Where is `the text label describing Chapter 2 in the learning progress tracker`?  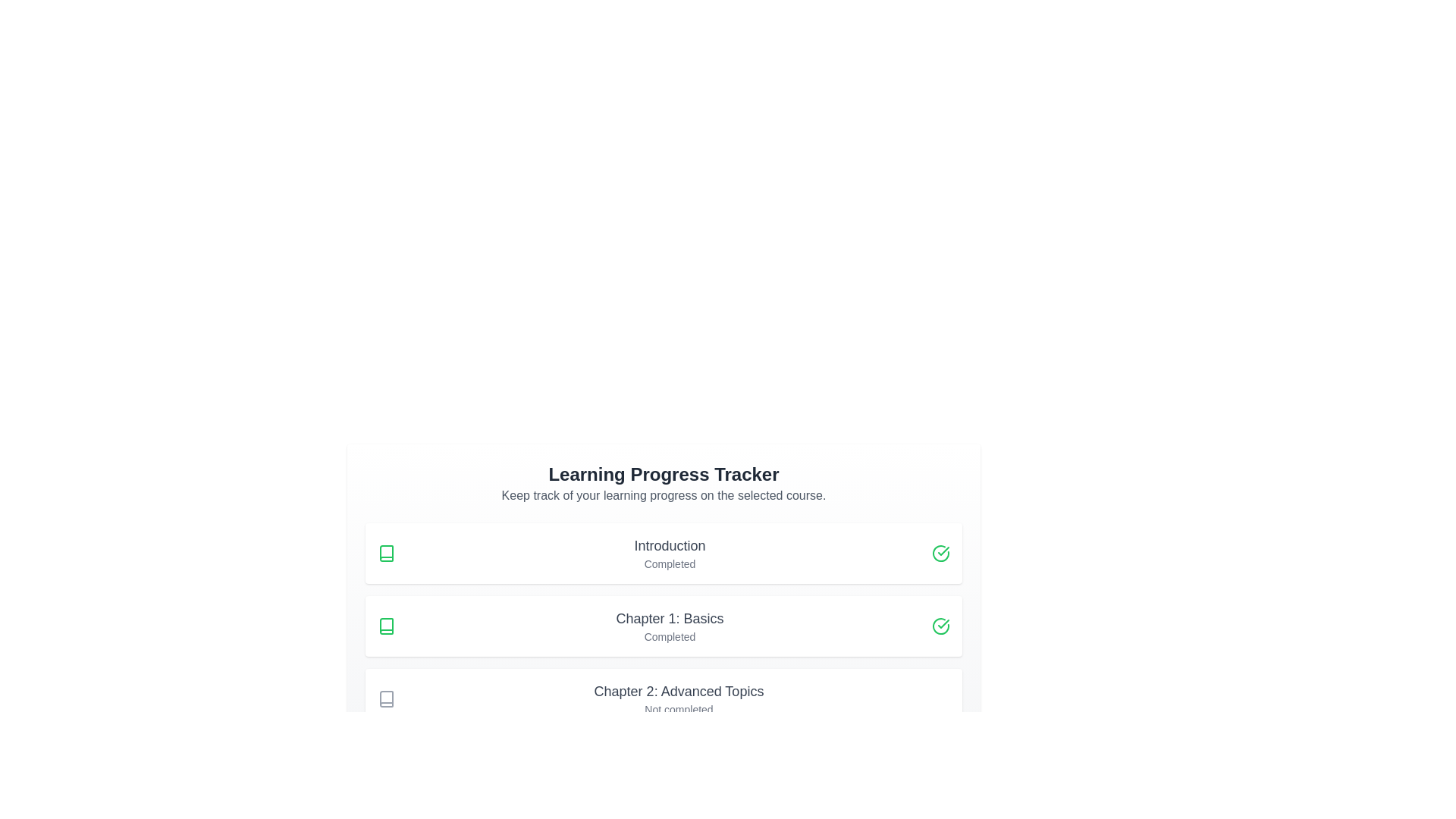 the text label describing Chapter 2 in the learning progress tracker is located at coordinates (678, 691).